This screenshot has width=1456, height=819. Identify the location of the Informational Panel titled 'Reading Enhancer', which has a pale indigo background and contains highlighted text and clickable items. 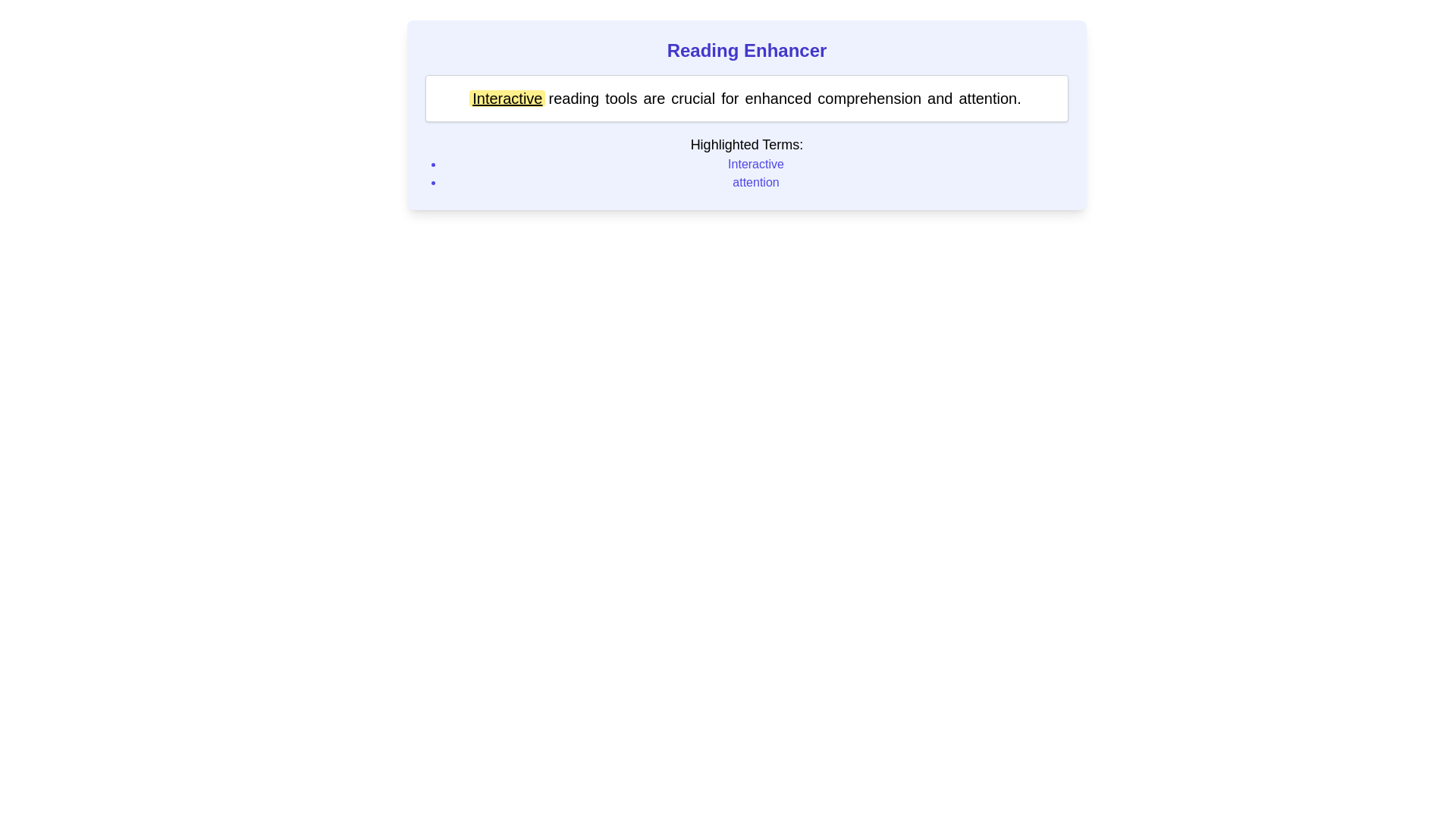
(746, 114).